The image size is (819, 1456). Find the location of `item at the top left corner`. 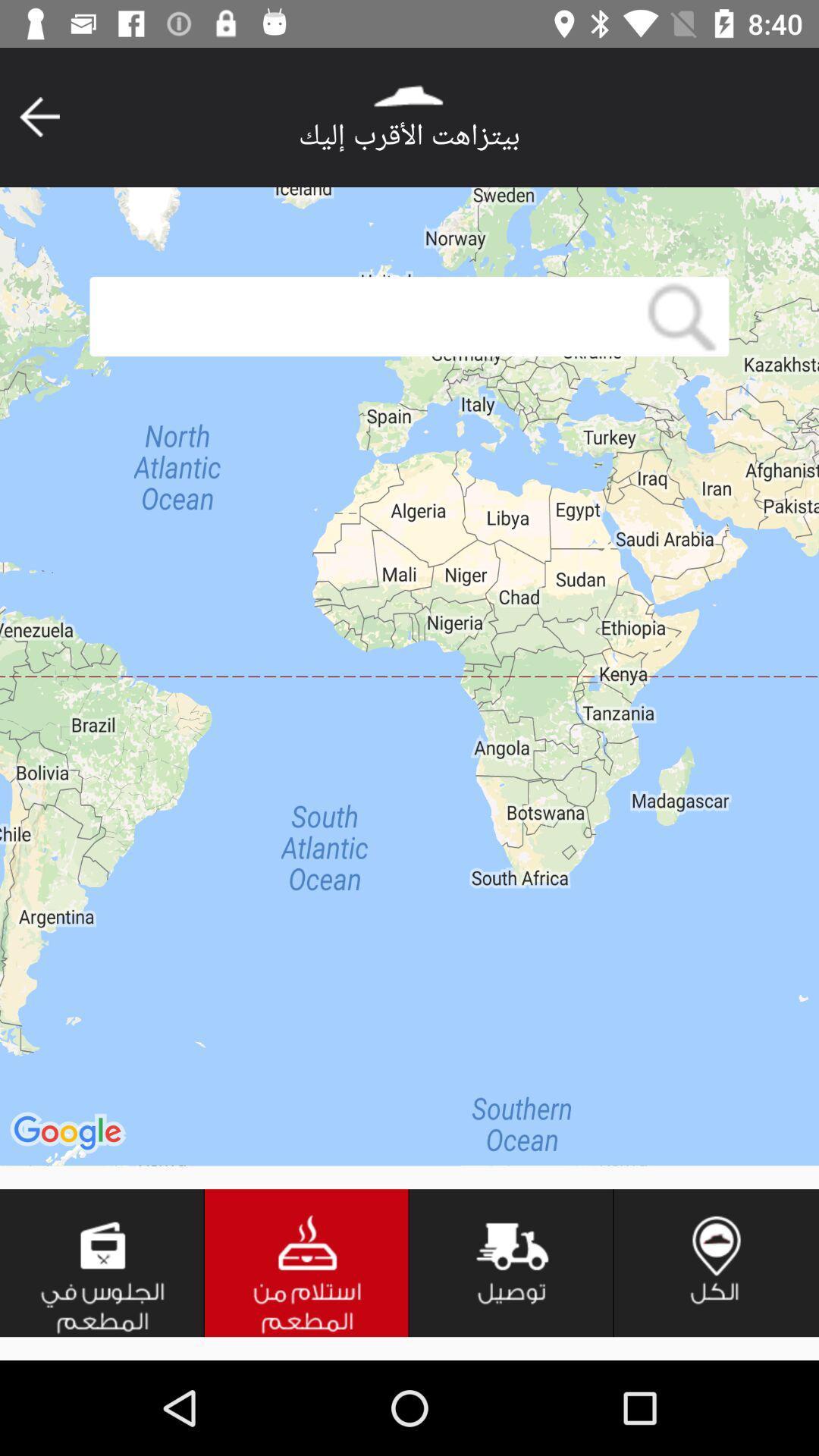

item at the top left corner is located at coordinates (39, 116).